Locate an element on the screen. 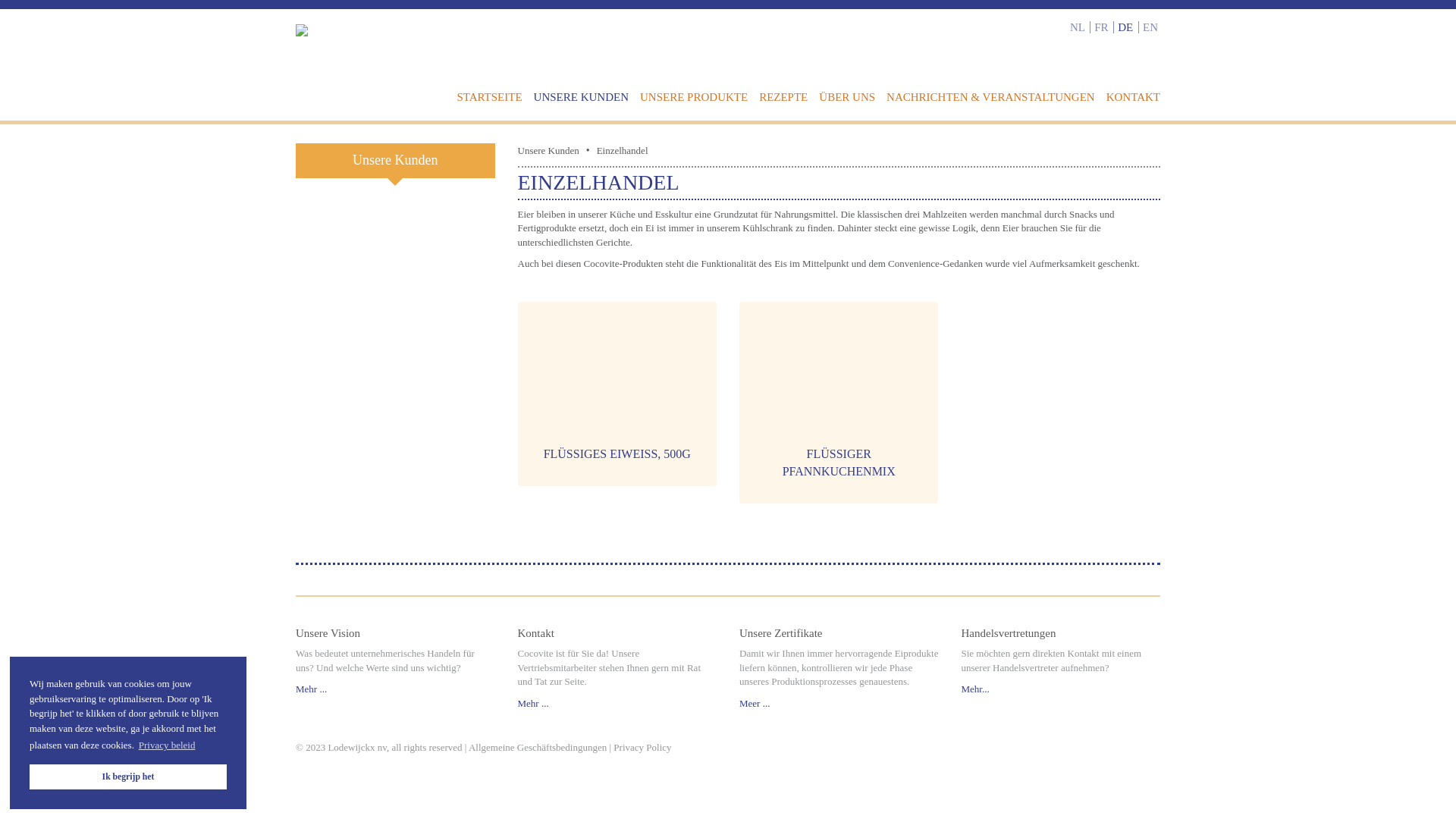 This screenshot has width=1456, height=819. 'KONTAKT' is located at coordinates (1133, 96).